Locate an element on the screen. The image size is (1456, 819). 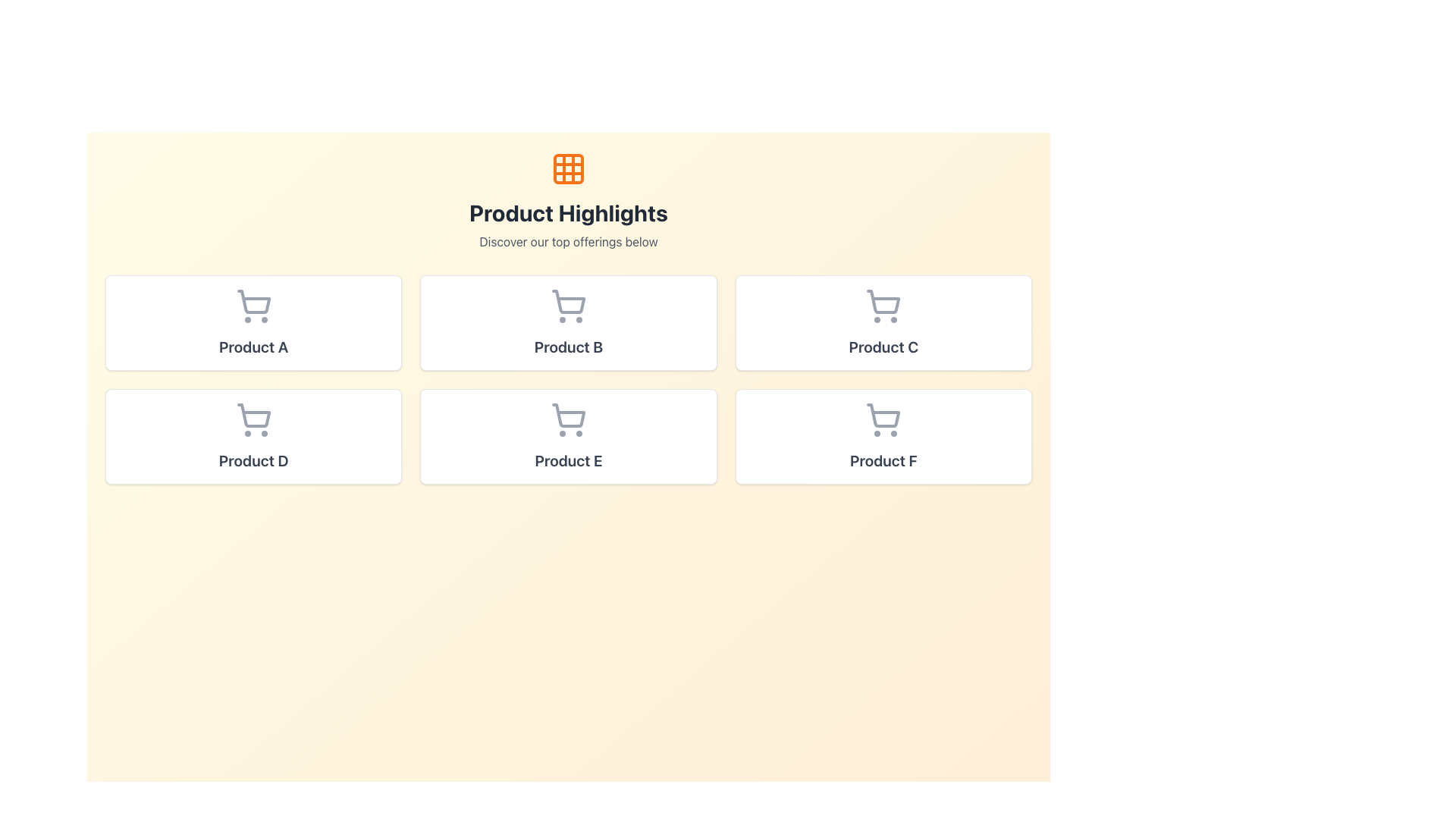
the text label that reads 'Discover our top offerings below', which is styled in a smaller, lighter-colored font and positioned centrally below the heading 'Product Highlights' is located at coordinates (567, 241).